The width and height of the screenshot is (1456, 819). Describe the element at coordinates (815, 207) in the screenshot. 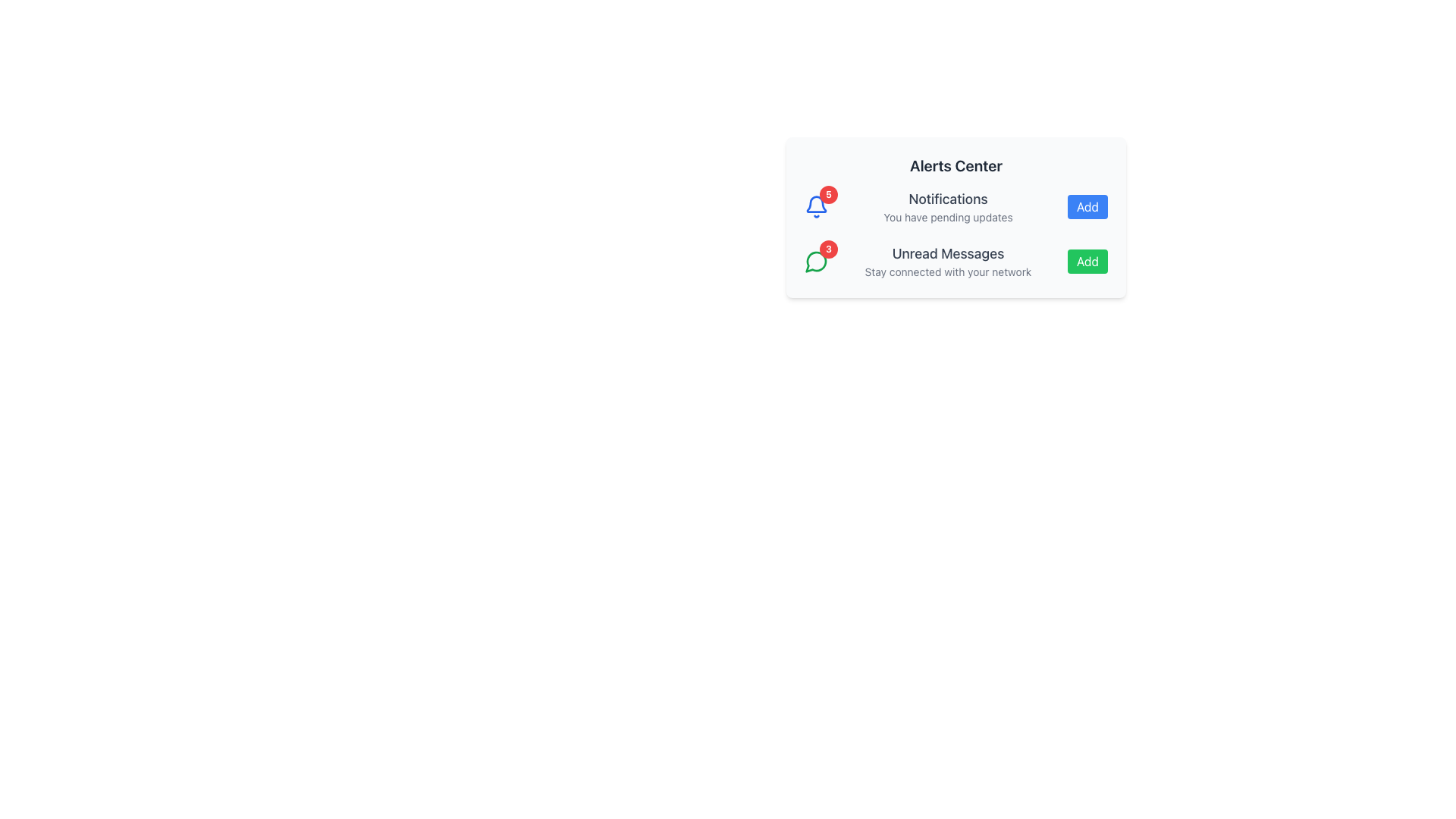

I see `the Notification Icon with Badge located on the leftmost side of the 'Notifications' section, which indicates unread or pending updates` at that location.